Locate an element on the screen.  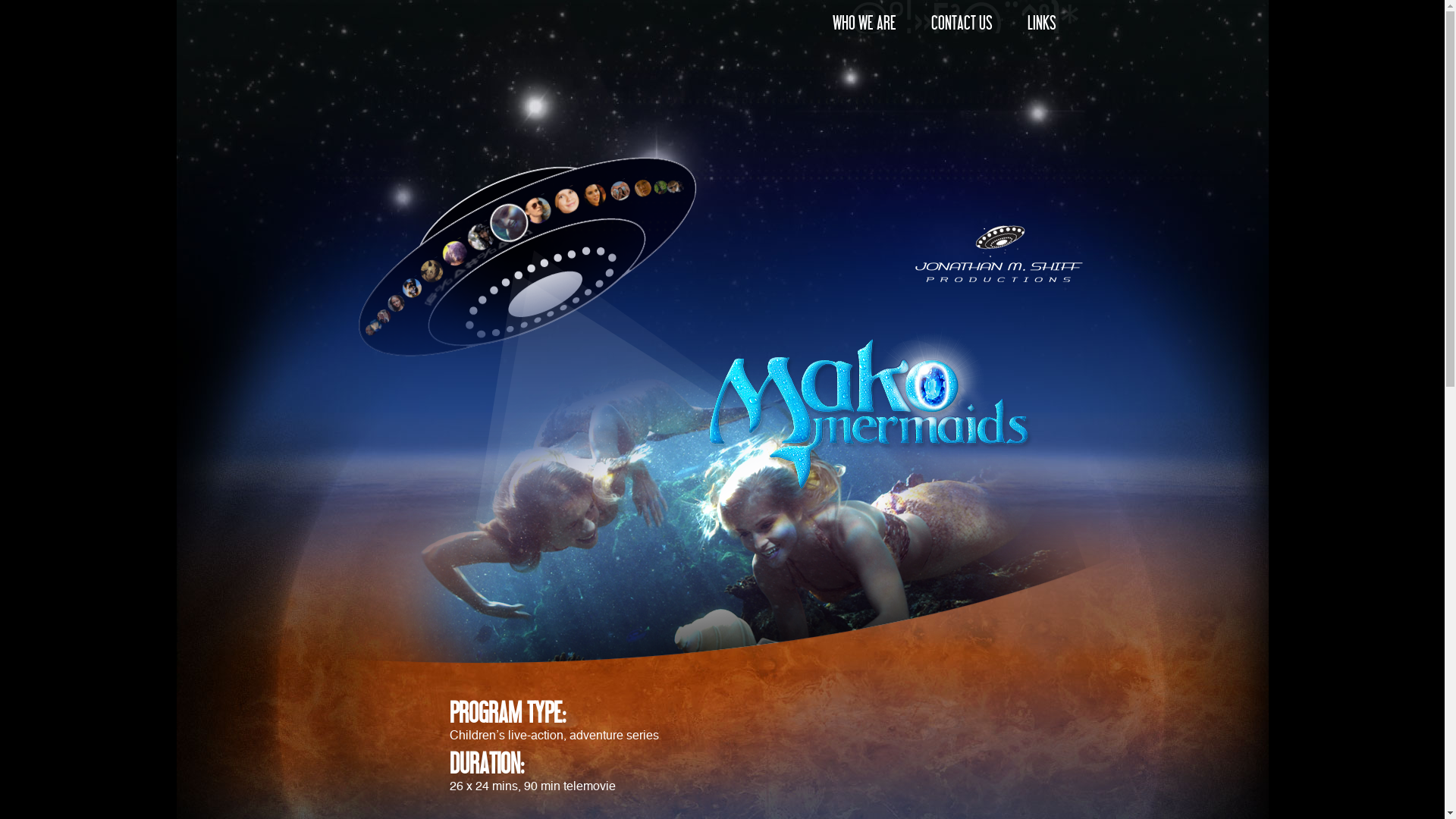
'LINKS' is located at coordinates (1040, 24).